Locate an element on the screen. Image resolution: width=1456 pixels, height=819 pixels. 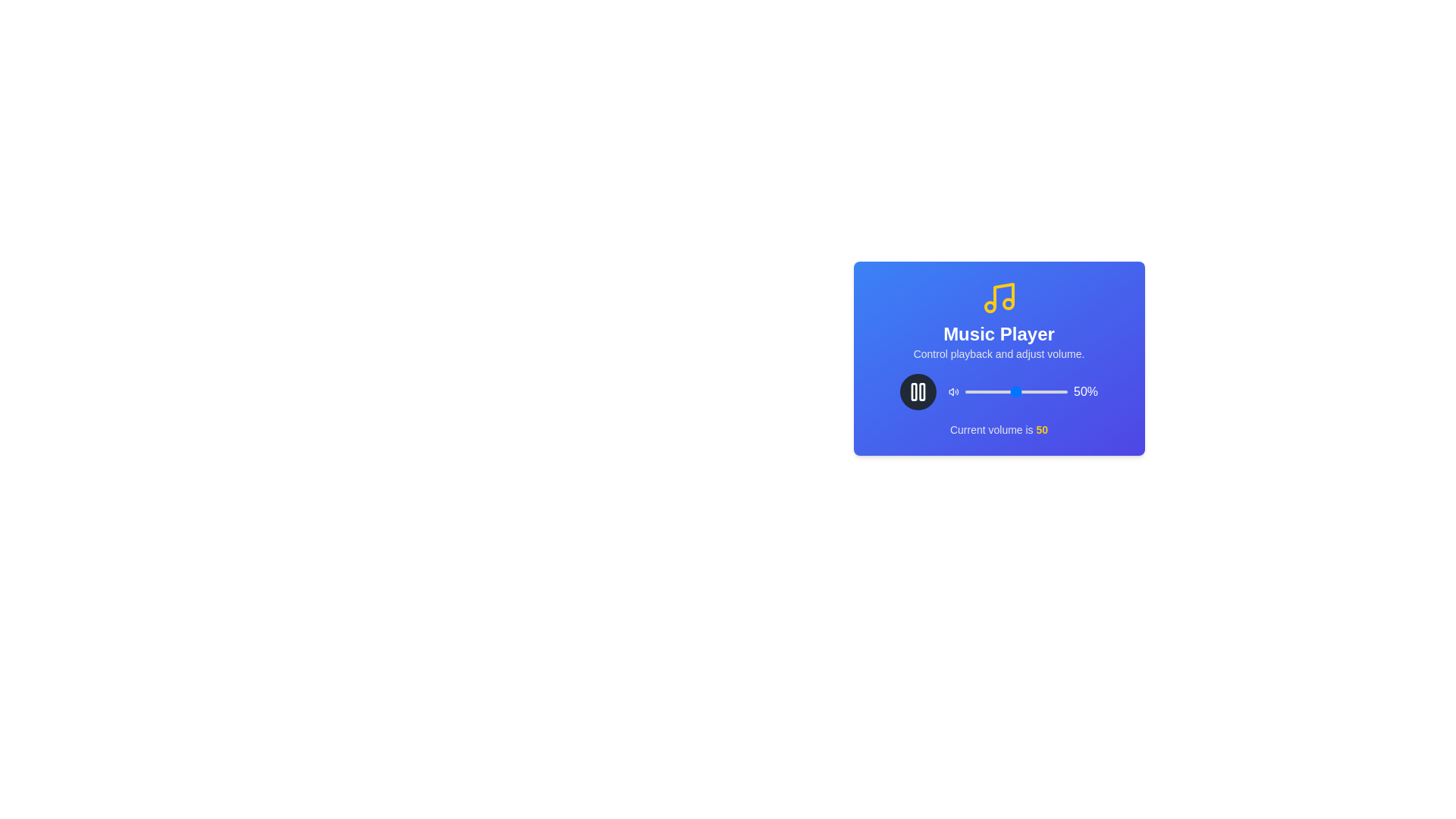
the play/pause button to toggle the playback state is located at coordinates (917, 391).